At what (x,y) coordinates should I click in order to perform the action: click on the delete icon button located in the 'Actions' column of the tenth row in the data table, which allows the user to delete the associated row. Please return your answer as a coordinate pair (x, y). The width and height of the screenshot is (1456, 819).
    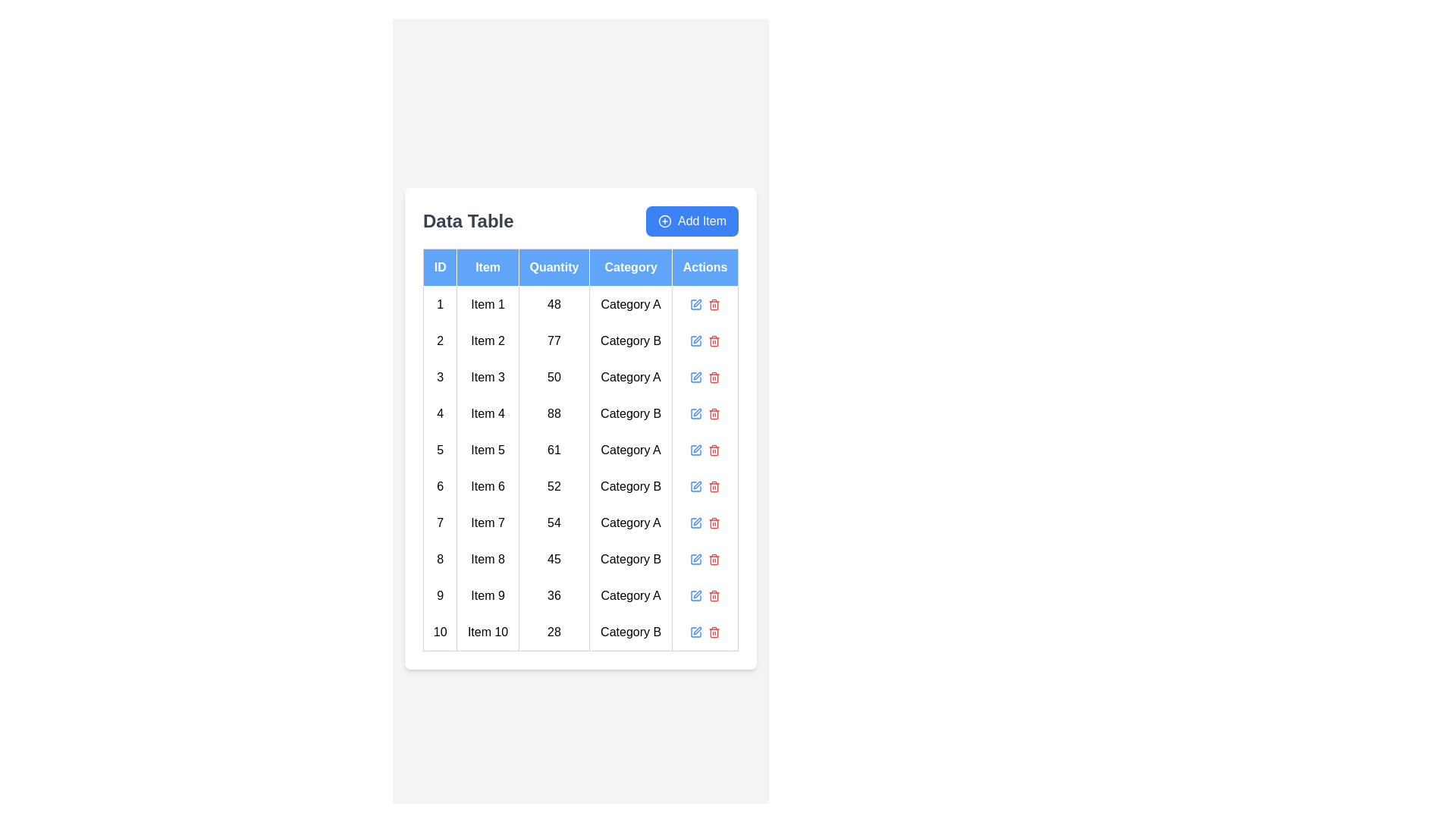
    Looking at the image, I should click on (714, 632).